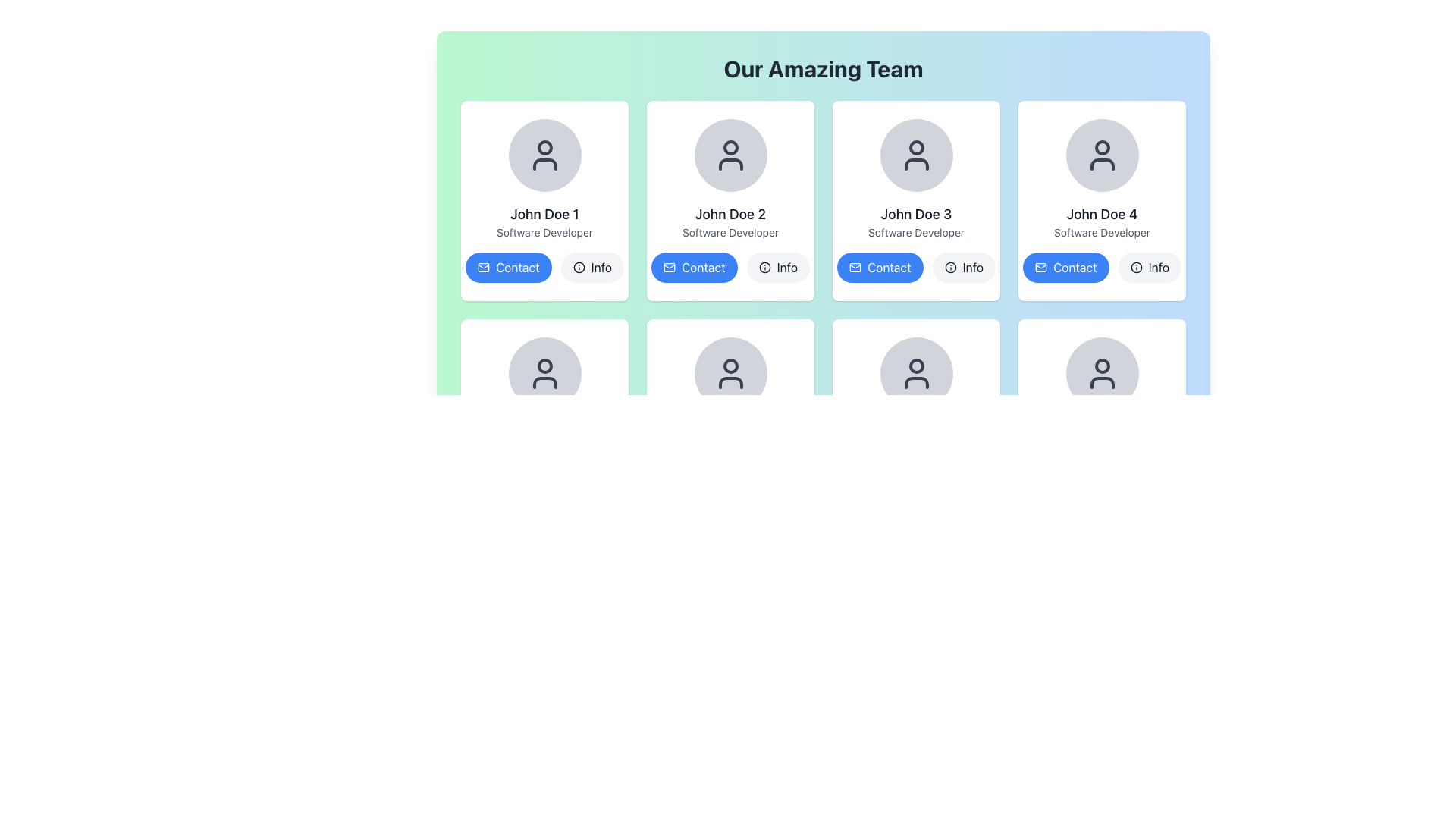 This screenshot has height=819, width=1456. What do you see at coordinates (544, 155) in the screenshot?
I see `the Profile Avatar representing 'John Doe 1' located at the top-center of the profile card in the 'Our Amazing Team' section` at bounding box center [544, 155].